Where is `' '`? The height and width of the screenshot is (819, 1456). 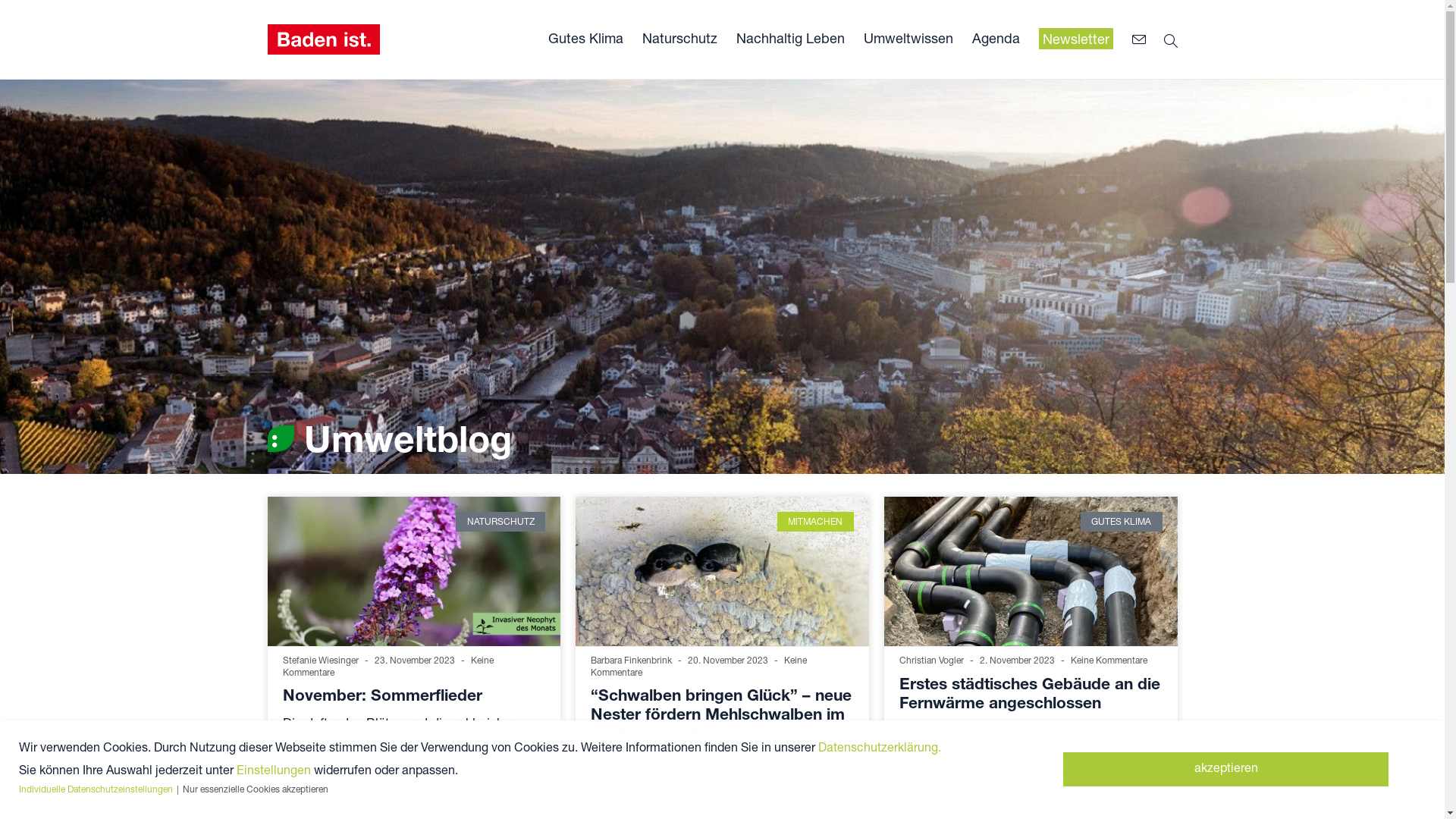 ' ' is located at coordinates (1141, 39).